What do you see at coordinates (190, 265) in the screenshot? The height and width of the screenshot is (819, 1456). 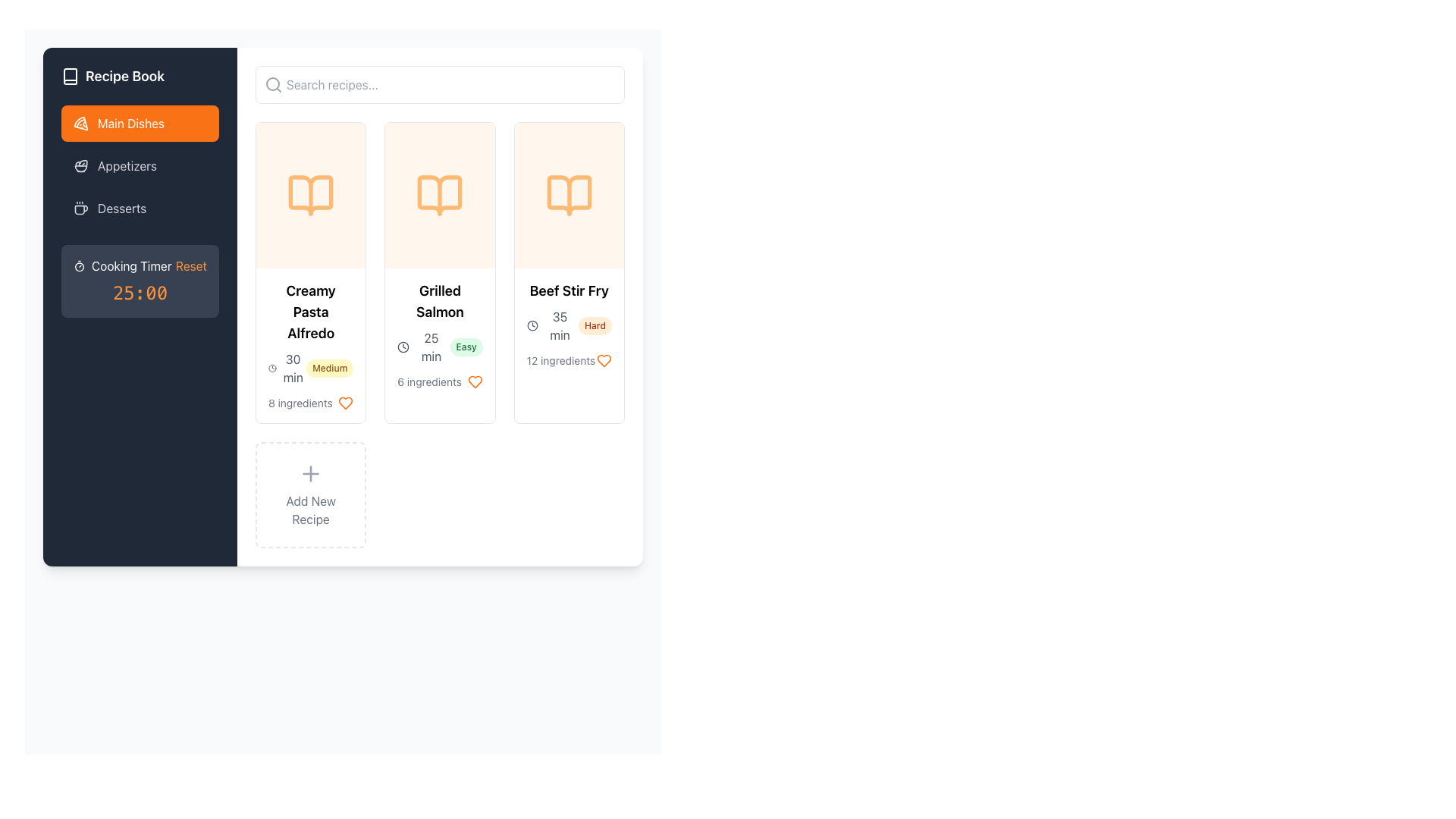 I see `the button located at the right side of the 'Cooking Timer' section to reset the timer` at bounding box center [190, 265].